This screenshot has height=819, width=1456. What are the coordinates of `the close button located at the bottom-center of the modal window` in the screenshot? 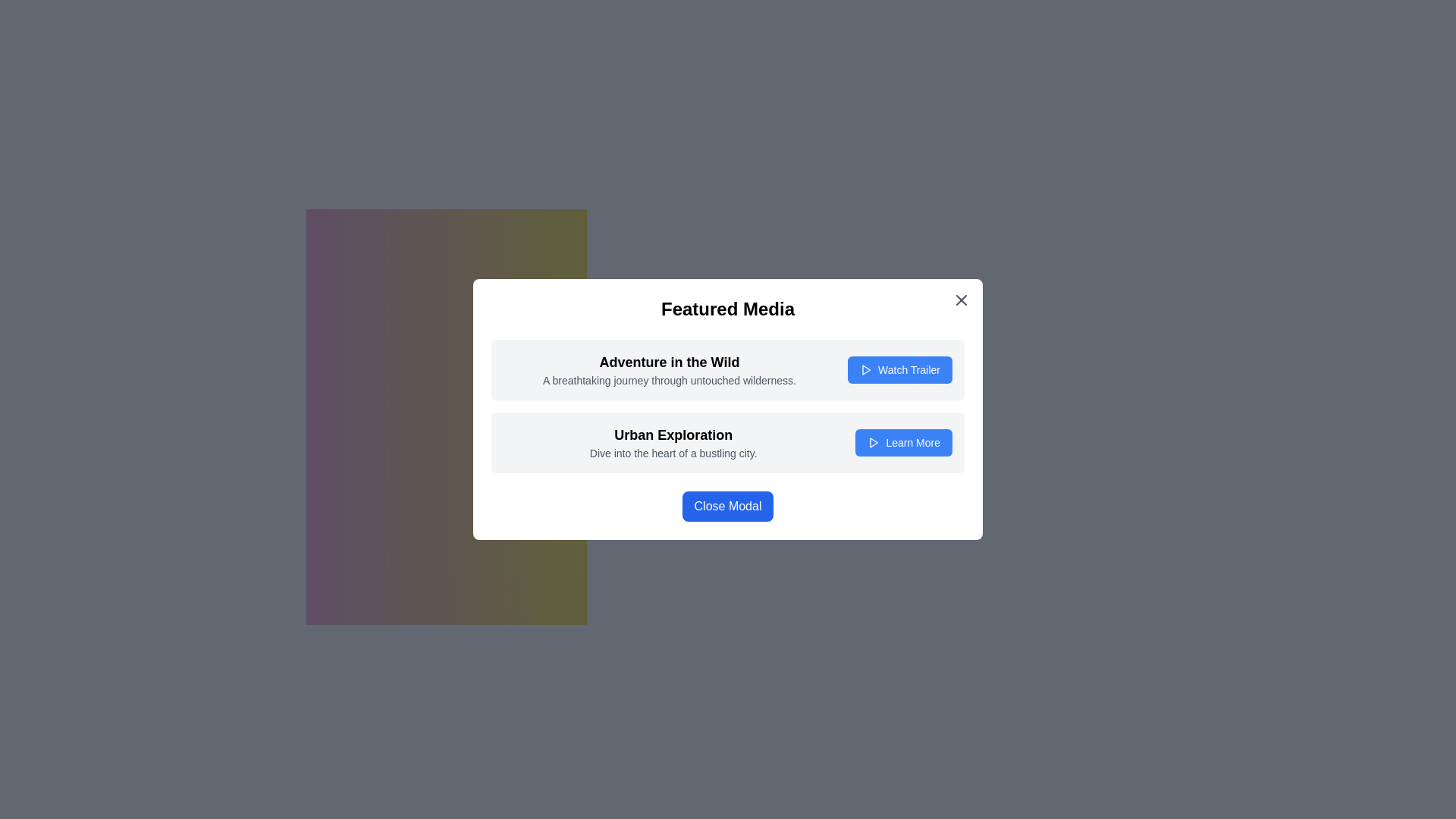 It's located at (728, 506).